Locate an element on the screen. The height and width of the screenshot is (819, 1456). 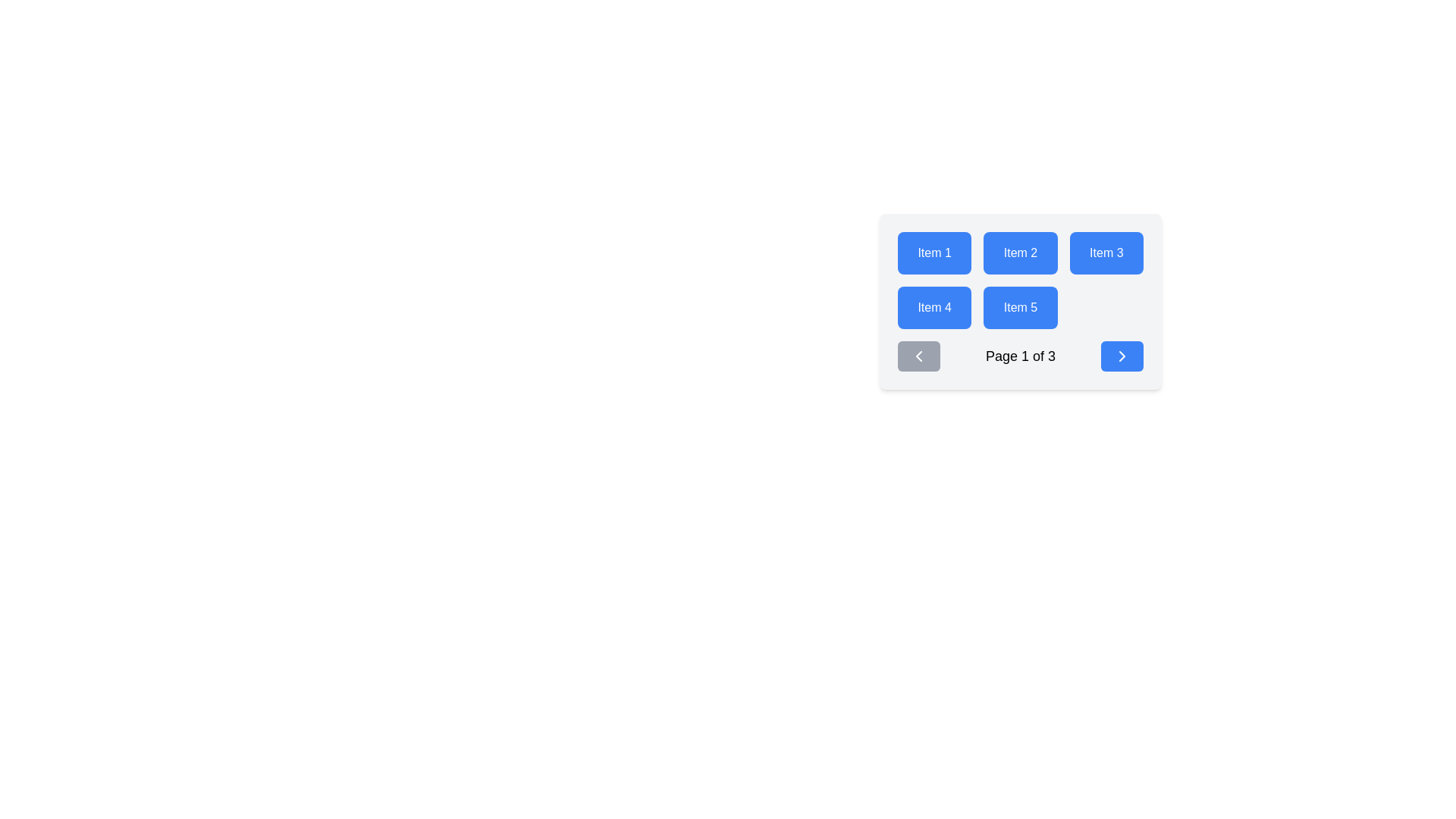
the navigation button to the right of 'Page 1 of 3' to observe the transition effect is located at coordinates (1122, 356).